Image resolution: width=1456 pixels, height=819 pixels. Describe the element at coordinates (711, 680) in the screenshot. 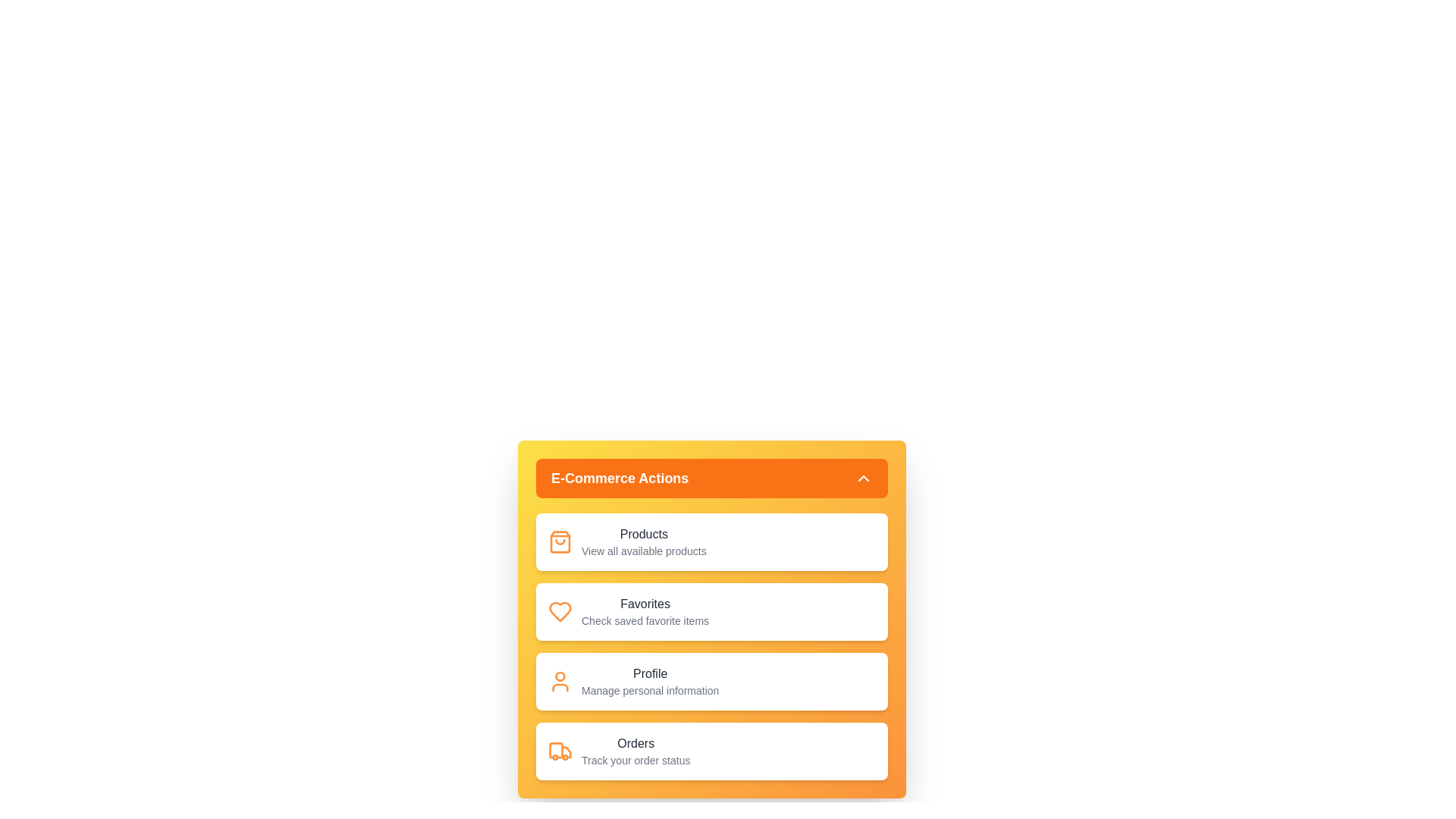

I see `the menu item Profile to reveal its details` at that location.